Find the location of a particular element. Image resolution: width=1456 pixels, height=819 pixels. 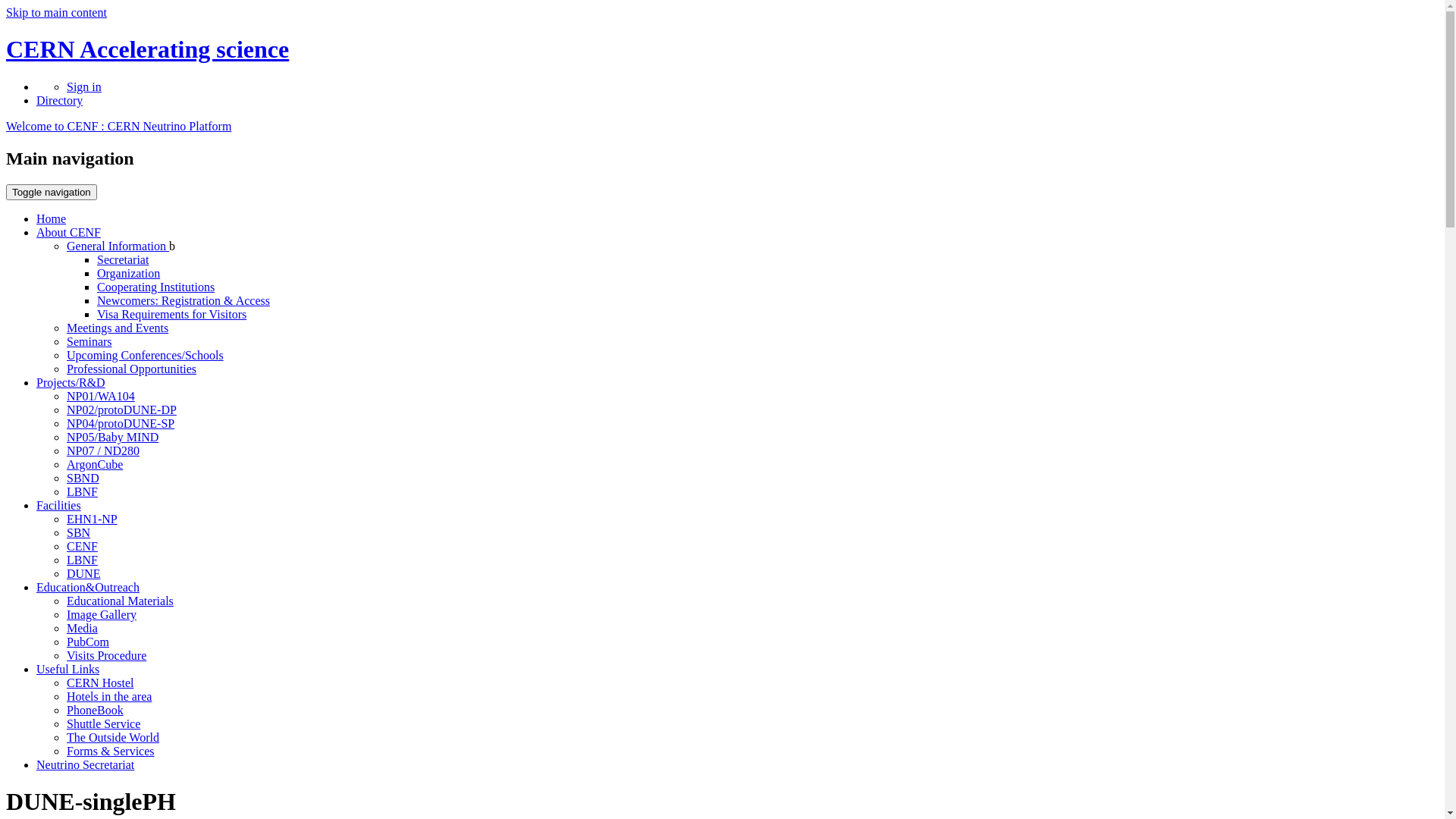

'PhoneBook' is located at coordinates (94, 710).